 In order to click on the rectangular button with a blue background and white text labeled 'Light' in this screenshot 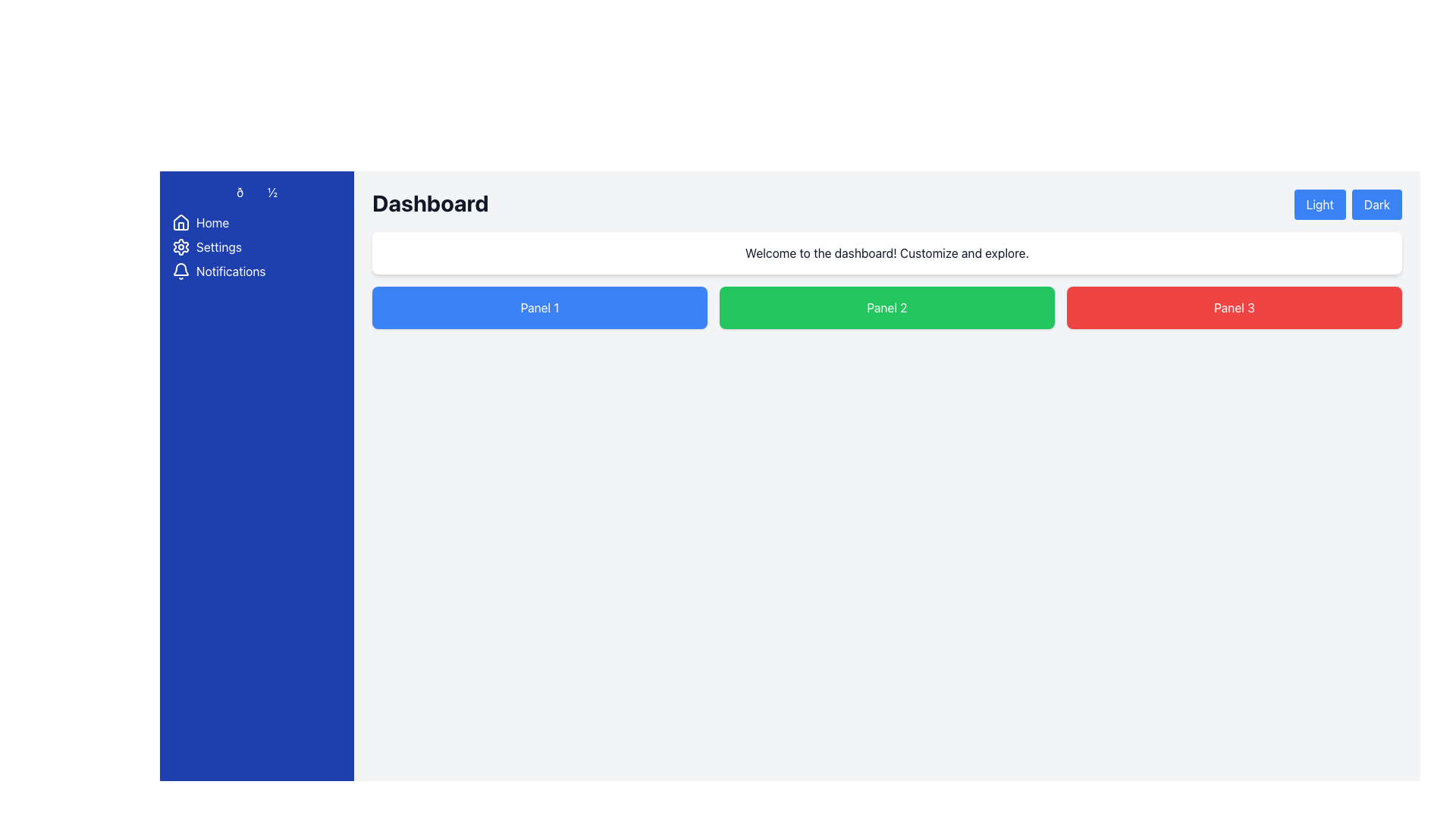, I will do `click(1318, 205)`.